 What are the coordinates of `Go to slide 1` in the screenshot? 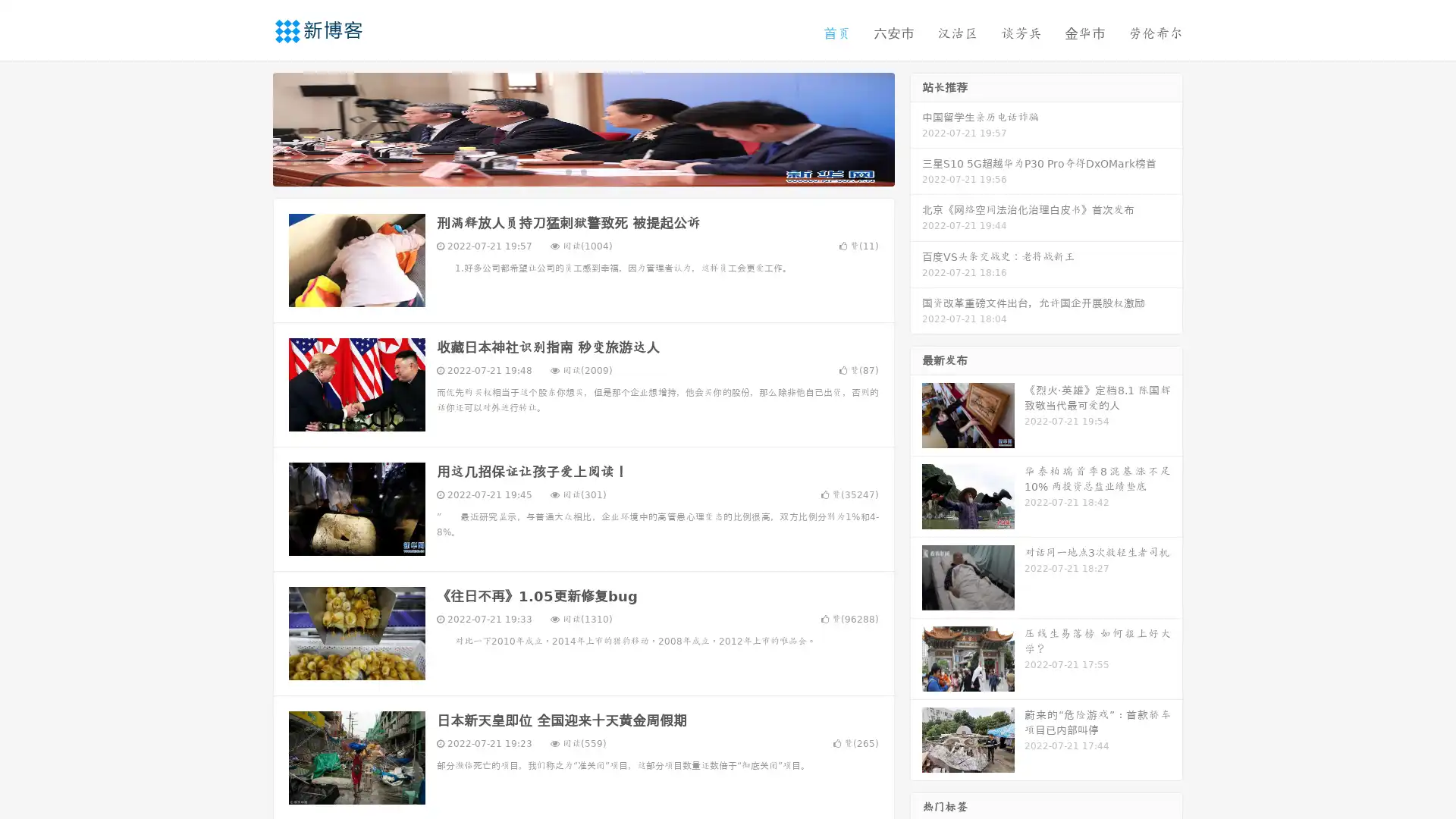 It's located at (567, 171).